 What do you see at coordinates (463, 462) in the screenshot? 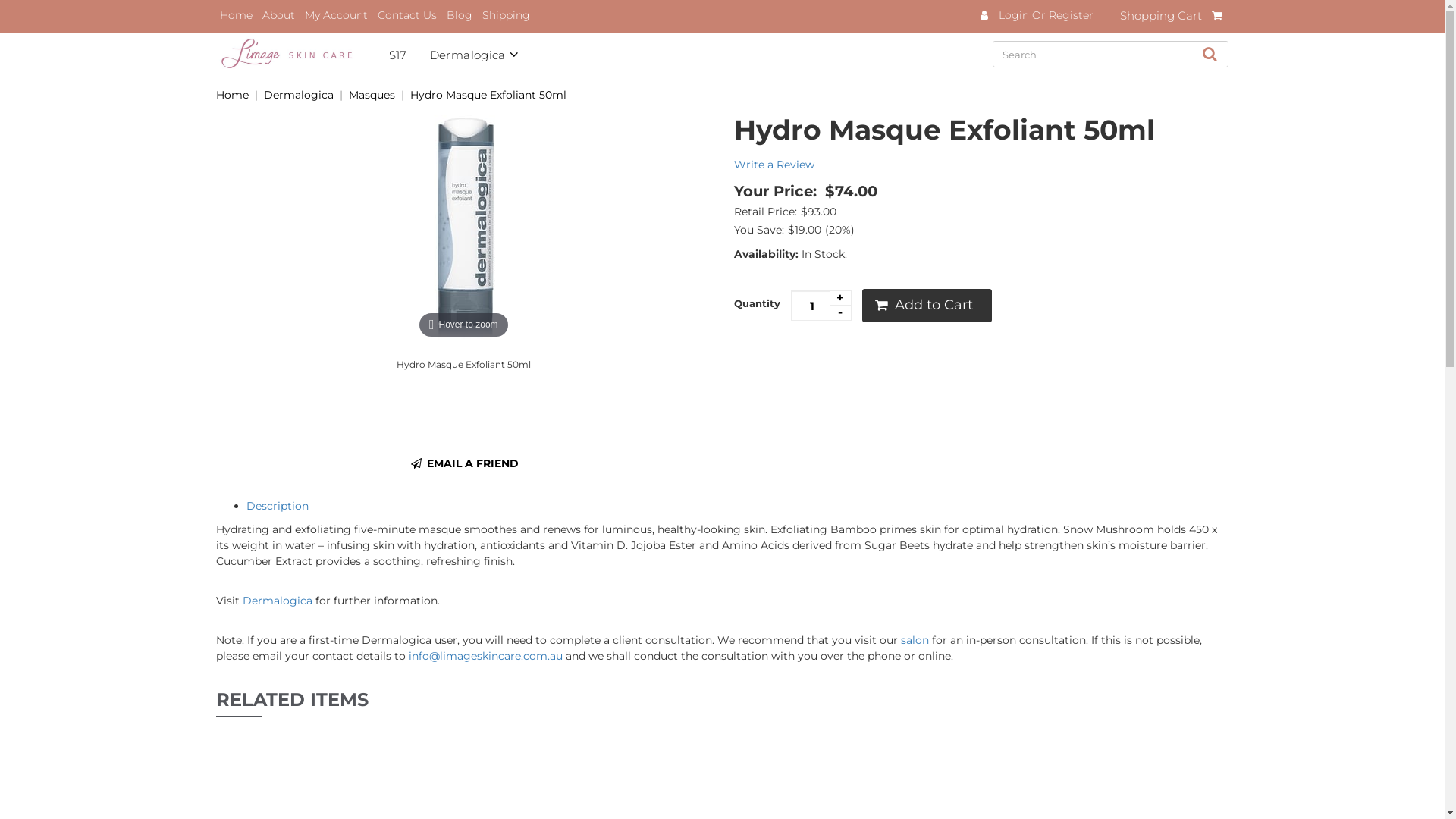
I see `'EMAIL A FRIEND'` at bounding box center [463, 462].